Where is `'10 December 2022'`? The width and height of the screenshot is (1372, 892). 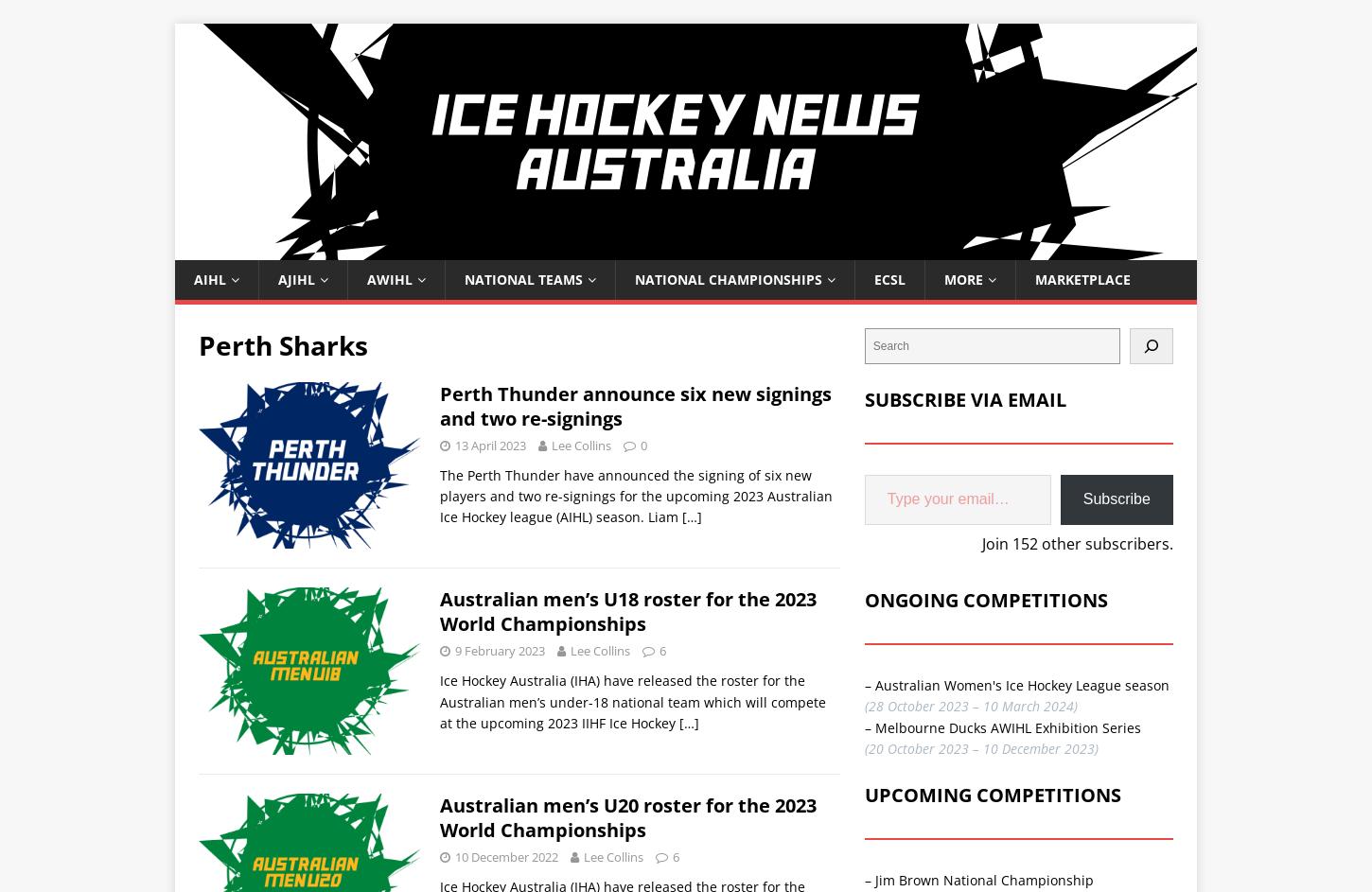
'10 December 2022' is located at coordinates (506, 856).